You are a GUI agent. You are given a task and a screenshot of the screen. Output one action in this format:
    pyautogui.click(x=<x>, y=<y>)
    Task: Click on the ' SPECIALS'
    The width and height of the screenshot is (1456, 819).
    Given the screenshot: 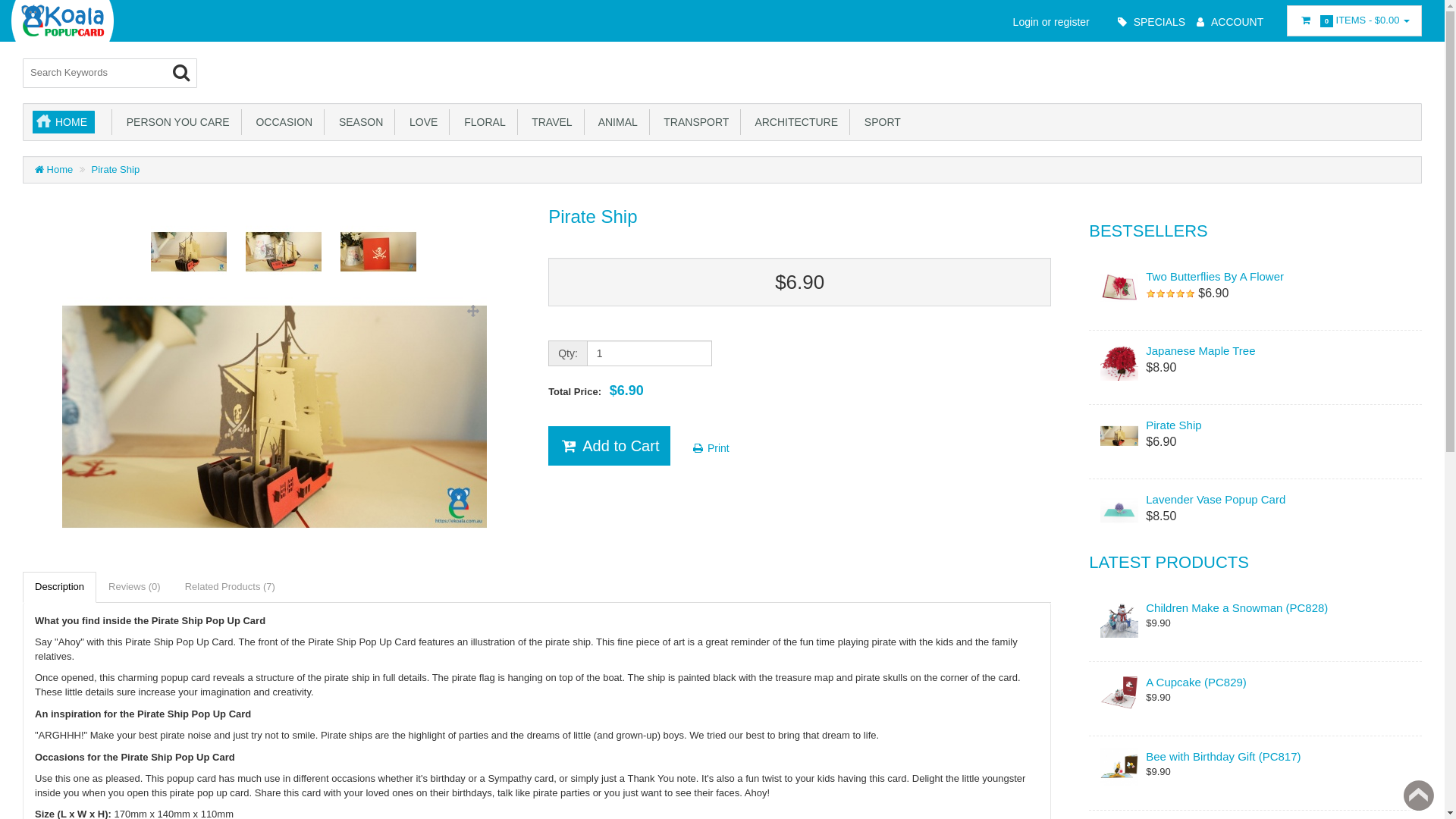 What is the action you would take?
    pyautogui.click(x=1150, y=22)
    